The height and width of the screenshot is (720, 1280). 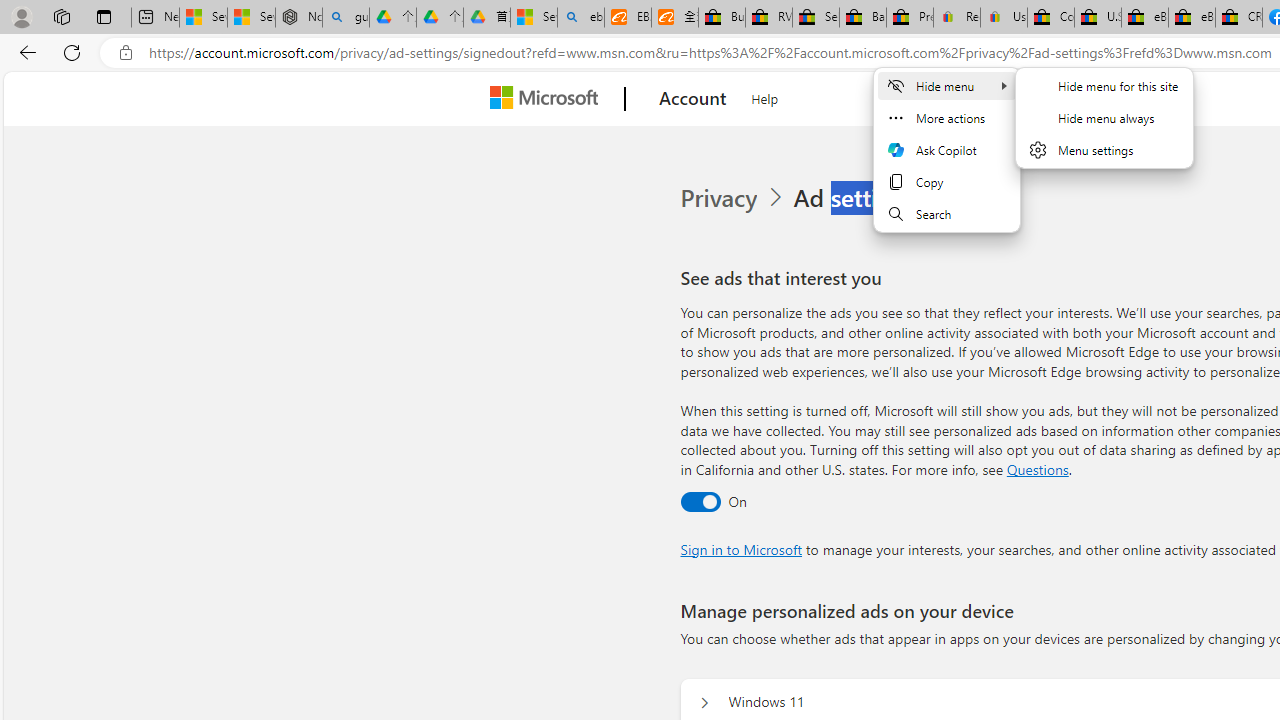 What do you see at coordinates (1103, 85) in the screenshot?
I see `'Hide menu for this site'` at bounding box center [1103, 85].